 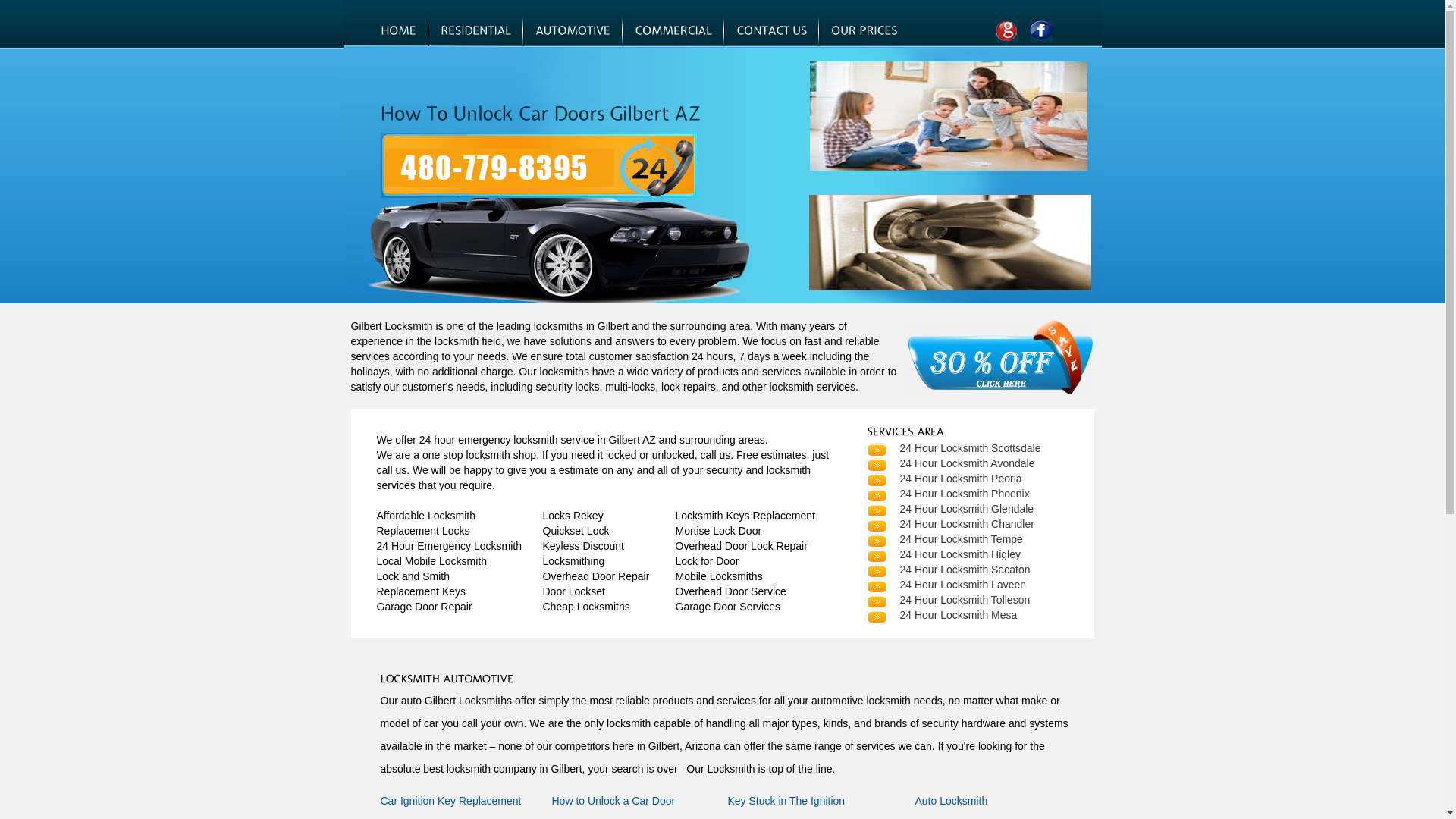 I want to click on '24 Hour Locksmith Avondale', so click(x=862, y=462).